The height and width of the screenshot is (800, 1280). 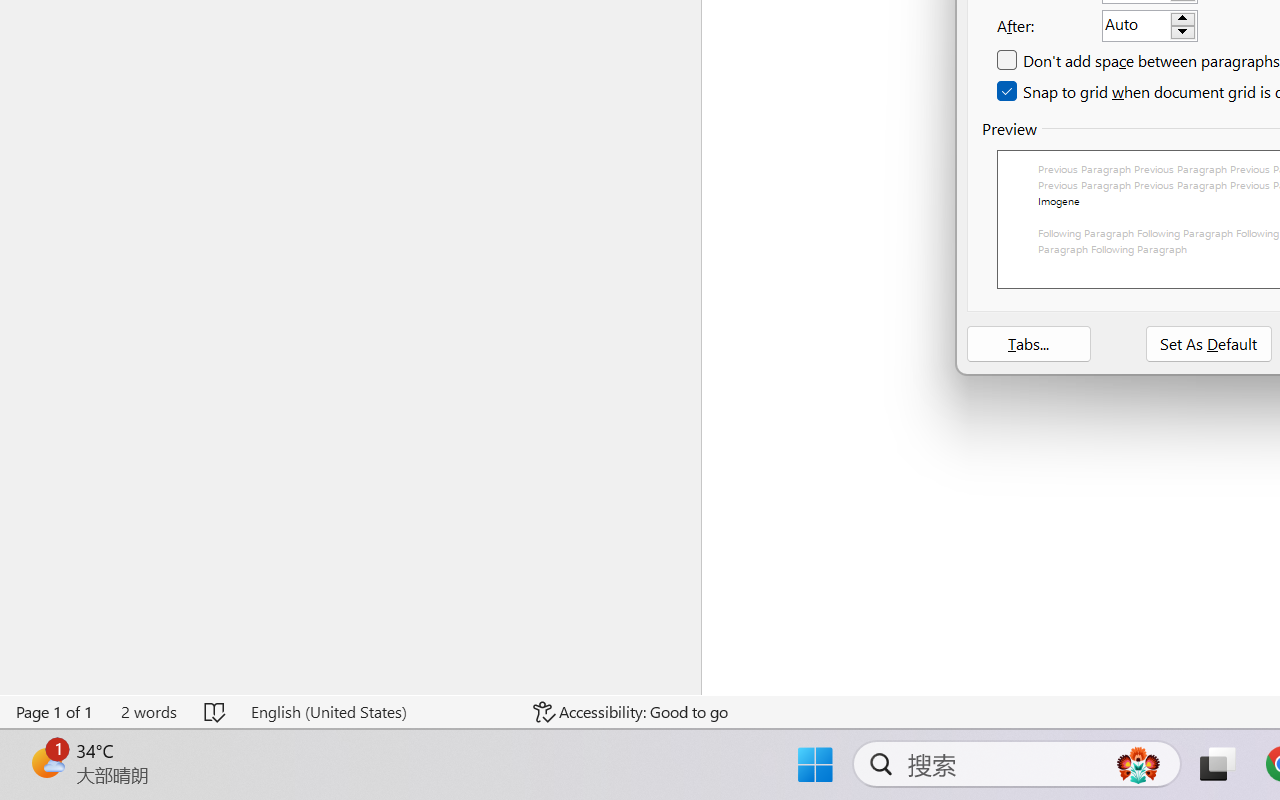 What do you see at coordinates (1208, 344) in the screenshot?
I see `'Set As Default'` at bounding box center [1208, 344].